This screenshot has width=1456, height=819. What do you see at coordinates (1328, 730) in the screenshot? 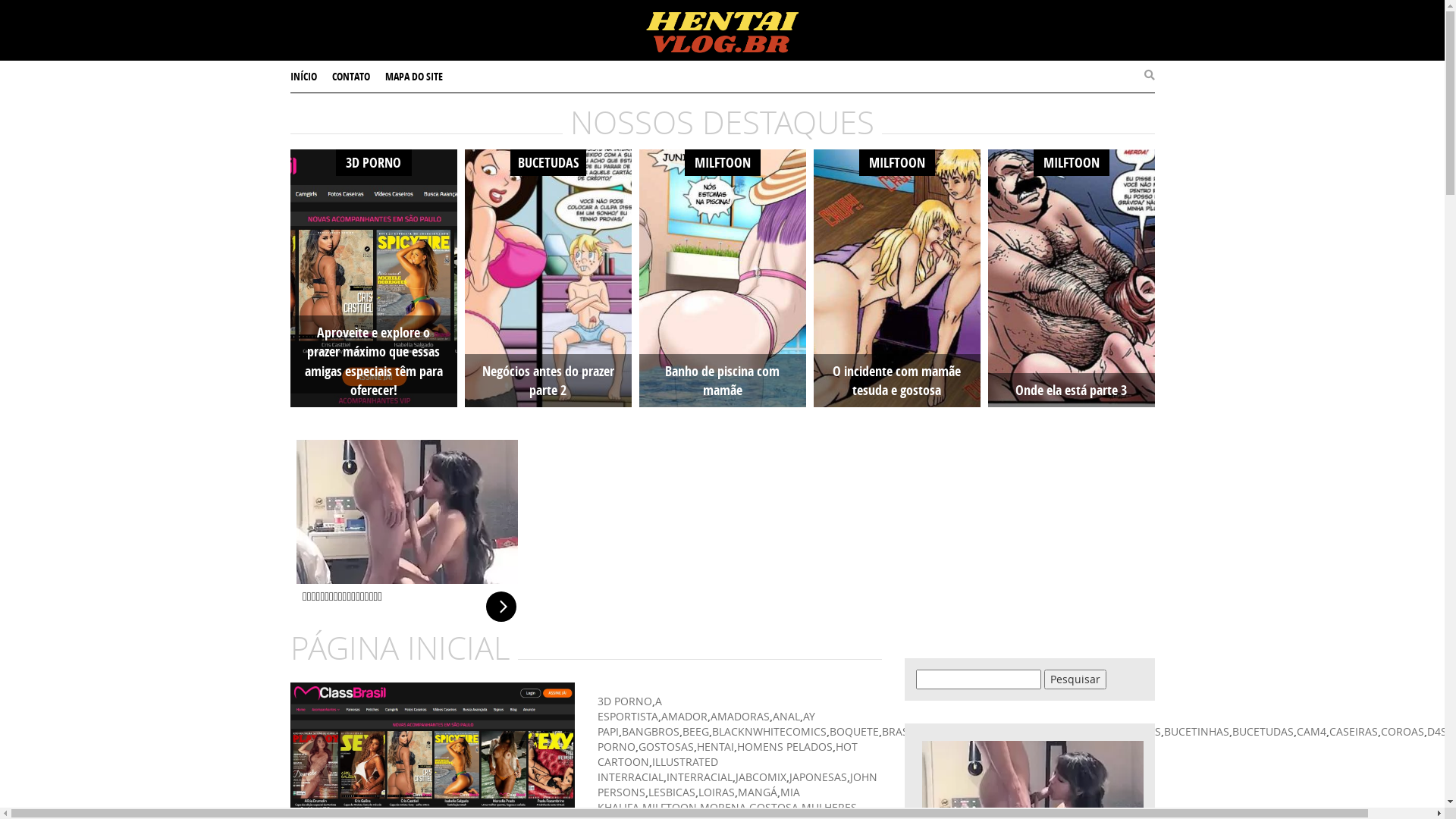
I see `'CASEIRAS,'` at bounding box center [1328, 730].